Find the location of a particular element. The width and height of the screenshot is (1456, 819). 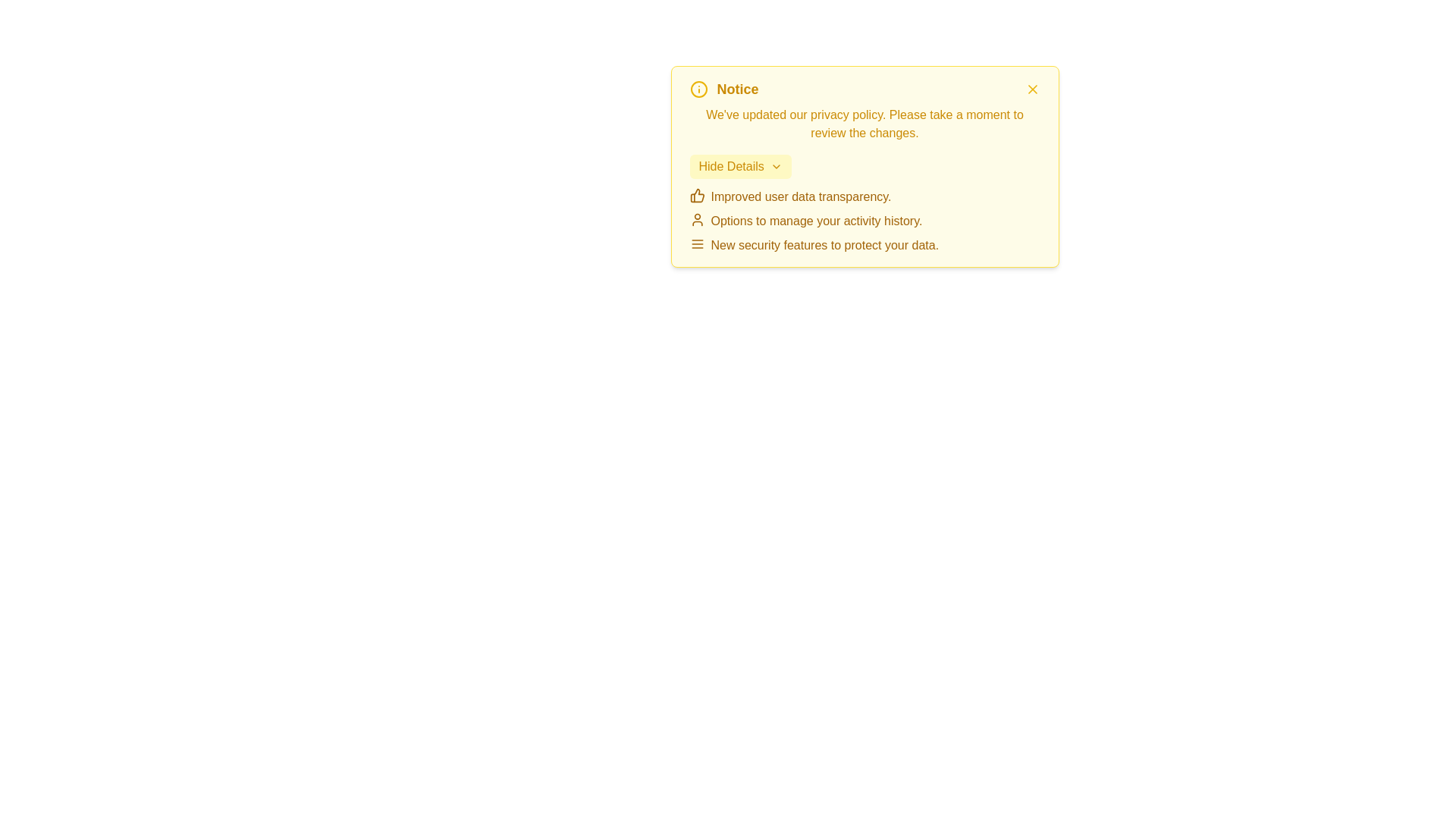

the text element providing information about managing activity history, which is the second item in a vertical list within a yellow notification box is located at coordinates (864, 221).